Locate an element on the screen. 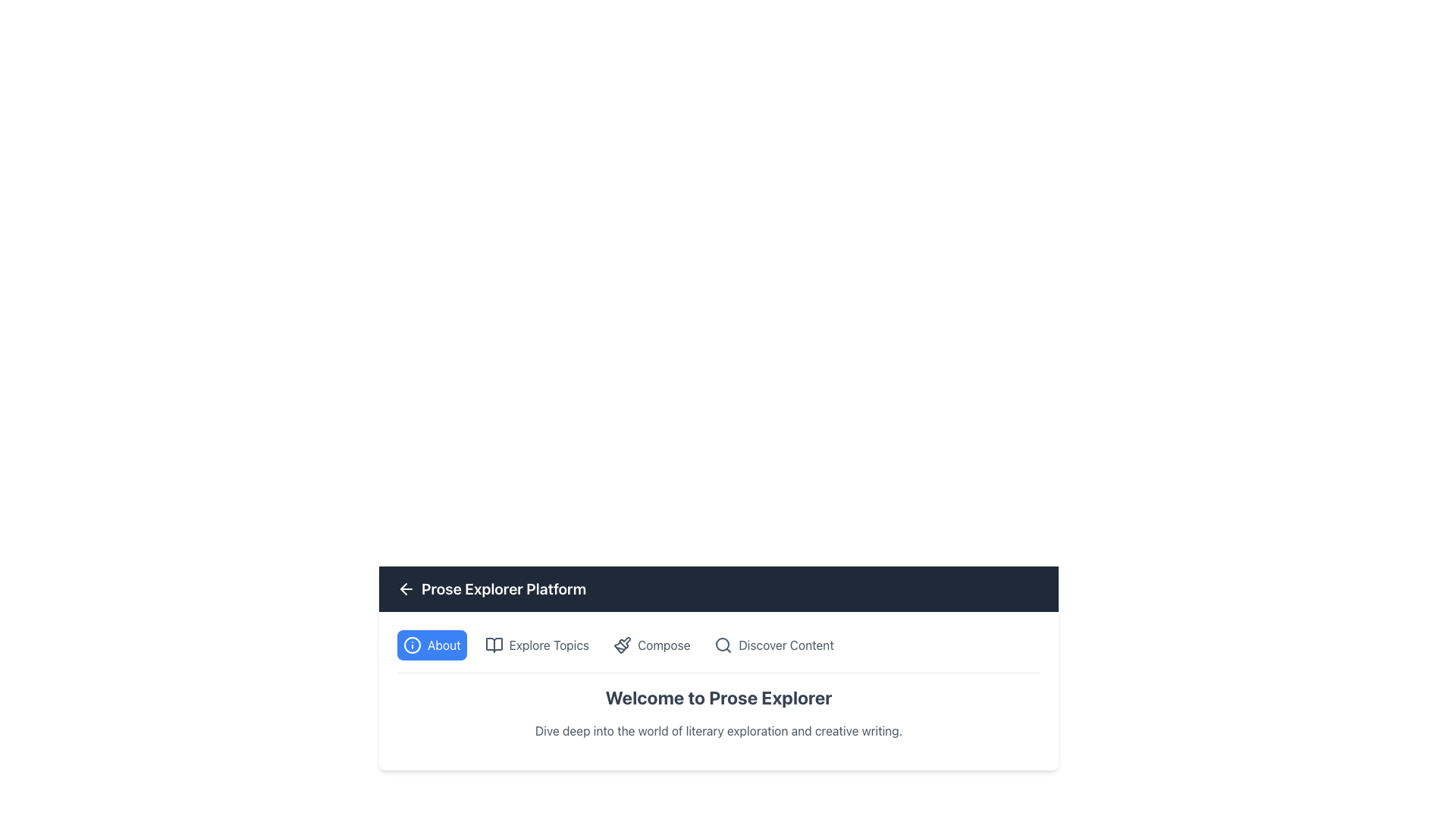 This screenshot has height=819, width=1456. the left arrow icon located at the top-left corner of the header bar, before the text 'Prose Explorer Platform' is located at coordinates (403, 588).